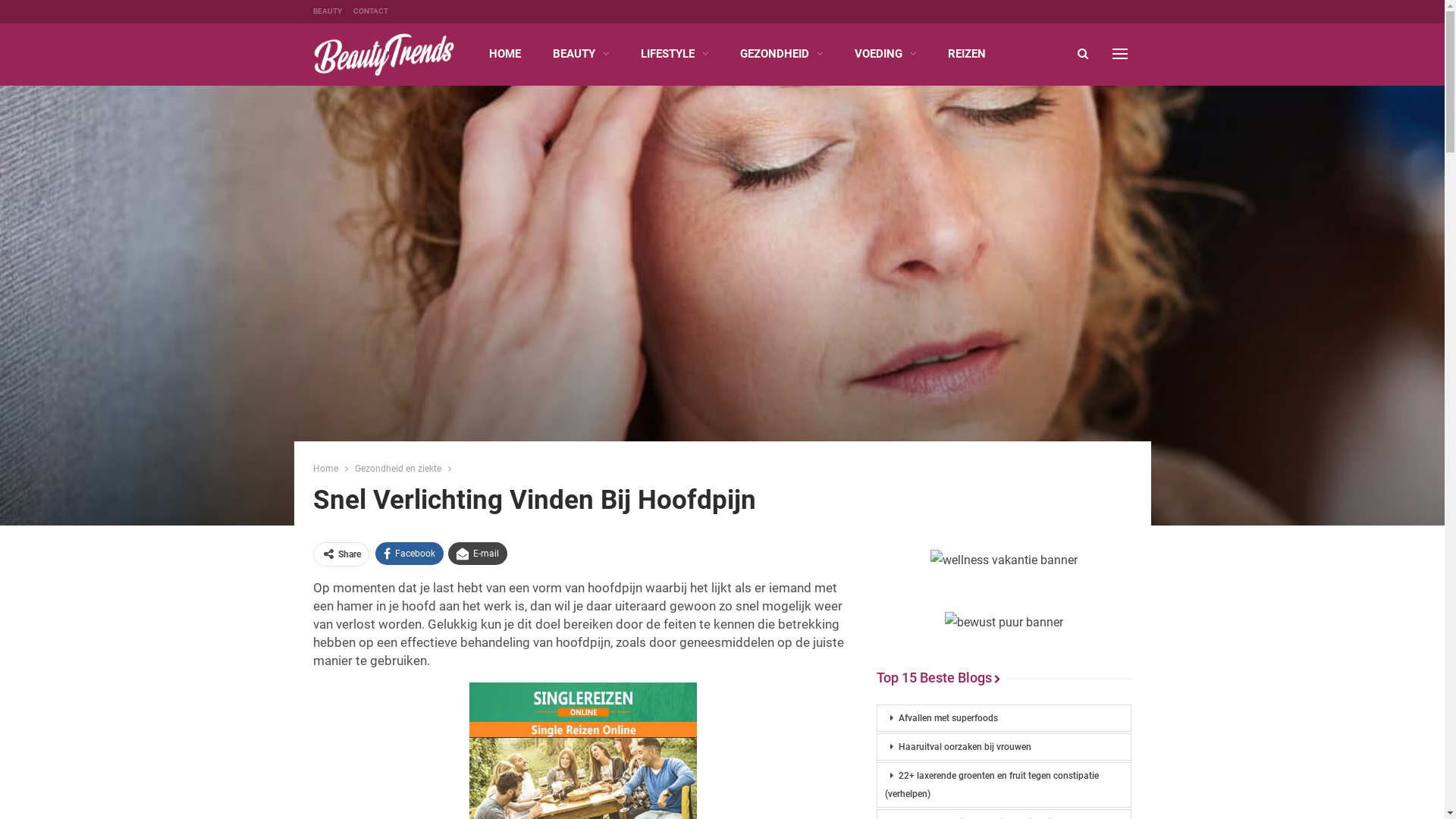  What do you see at coordinates (1004, 745) in the screenshot?
I see `'Haaruitval oorzaken bij vrouwen'` at bounding box center [1004, 745].